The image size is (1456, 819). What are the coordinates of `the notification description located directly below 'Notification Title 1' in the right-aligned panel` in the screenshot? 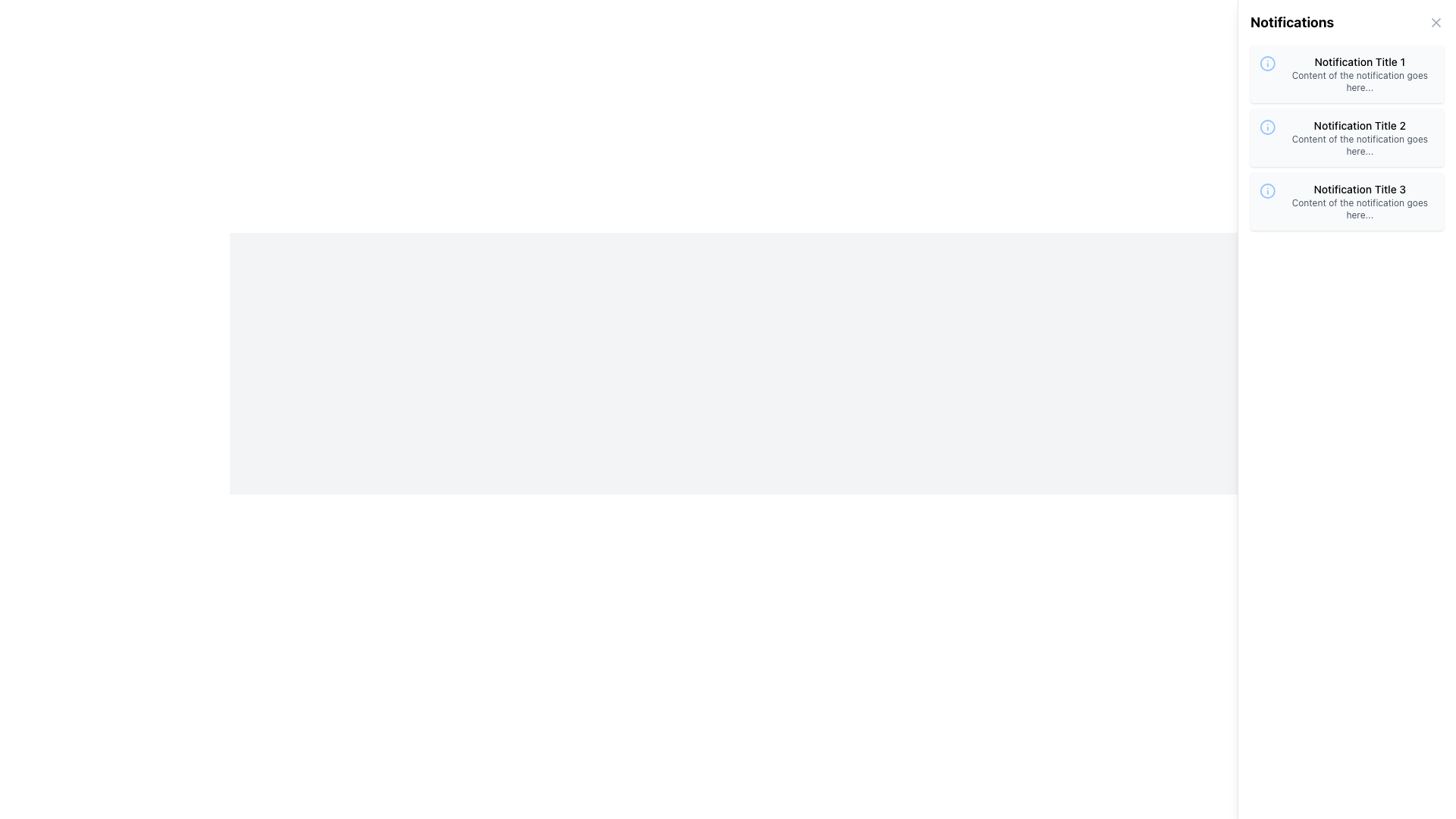 It's located at (1360, 82).